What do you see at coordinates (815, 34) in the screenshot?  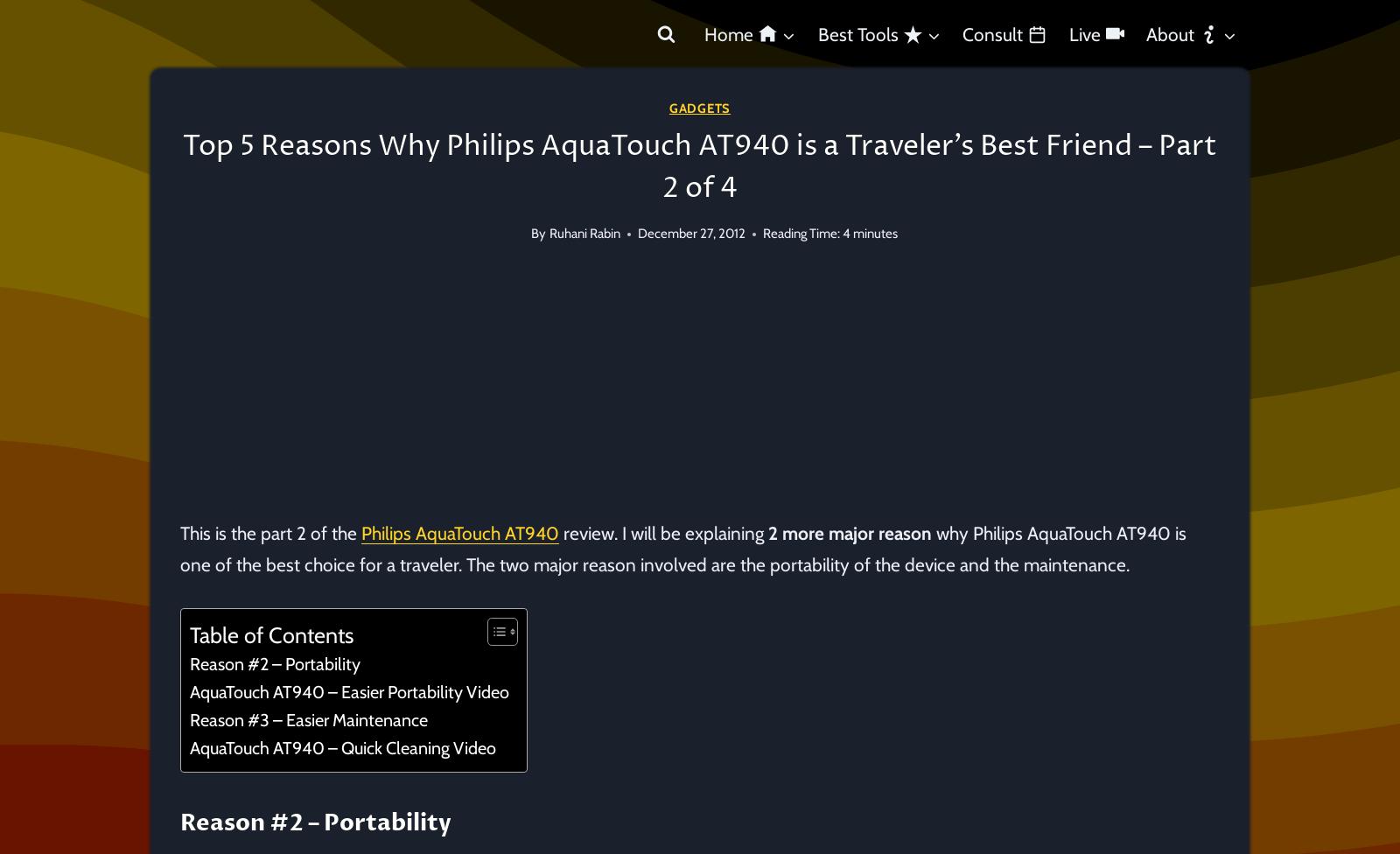 I see `'Best Tools'` at bounding box center [815, 34].